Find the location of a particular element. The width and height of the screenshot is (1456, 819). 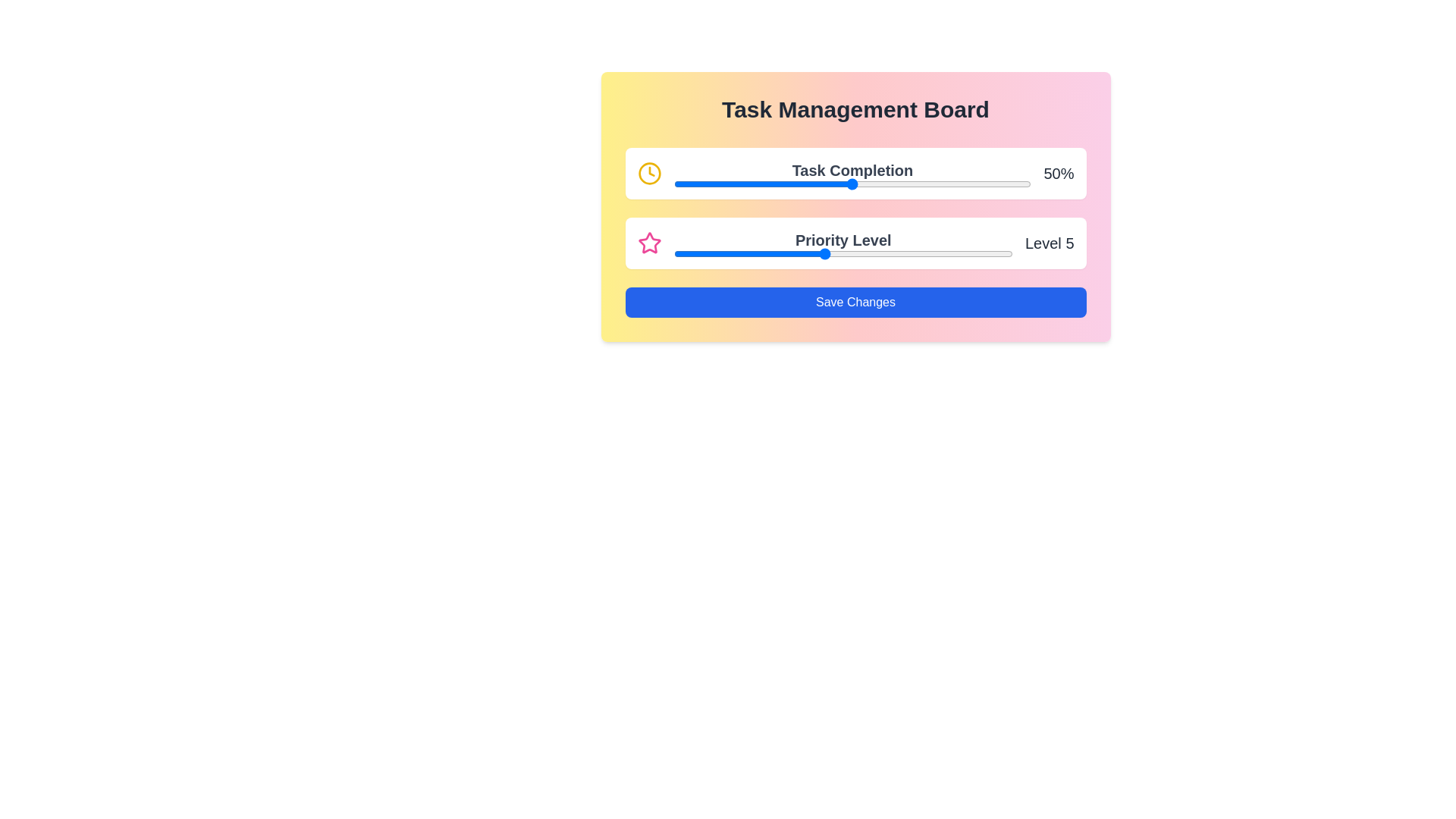

the text label that displays the current priority level, which shows 'Level 5' and is positioned to the far-right of the Priority Level section is located at coordinates (1049, 242).